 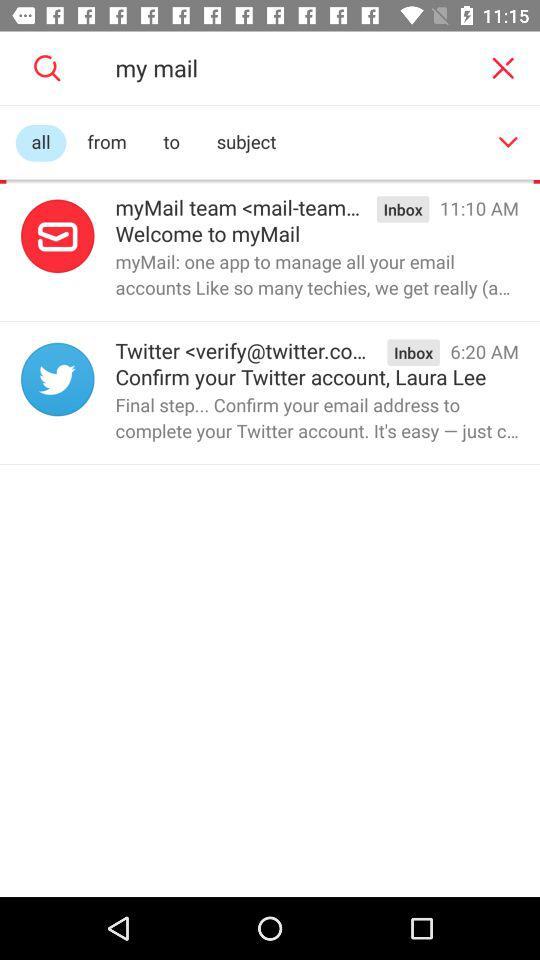 What do you see at coordinates (107, 142) in the screenshot?
I see `item to the left of the to item` at bounding box center [107, 142].